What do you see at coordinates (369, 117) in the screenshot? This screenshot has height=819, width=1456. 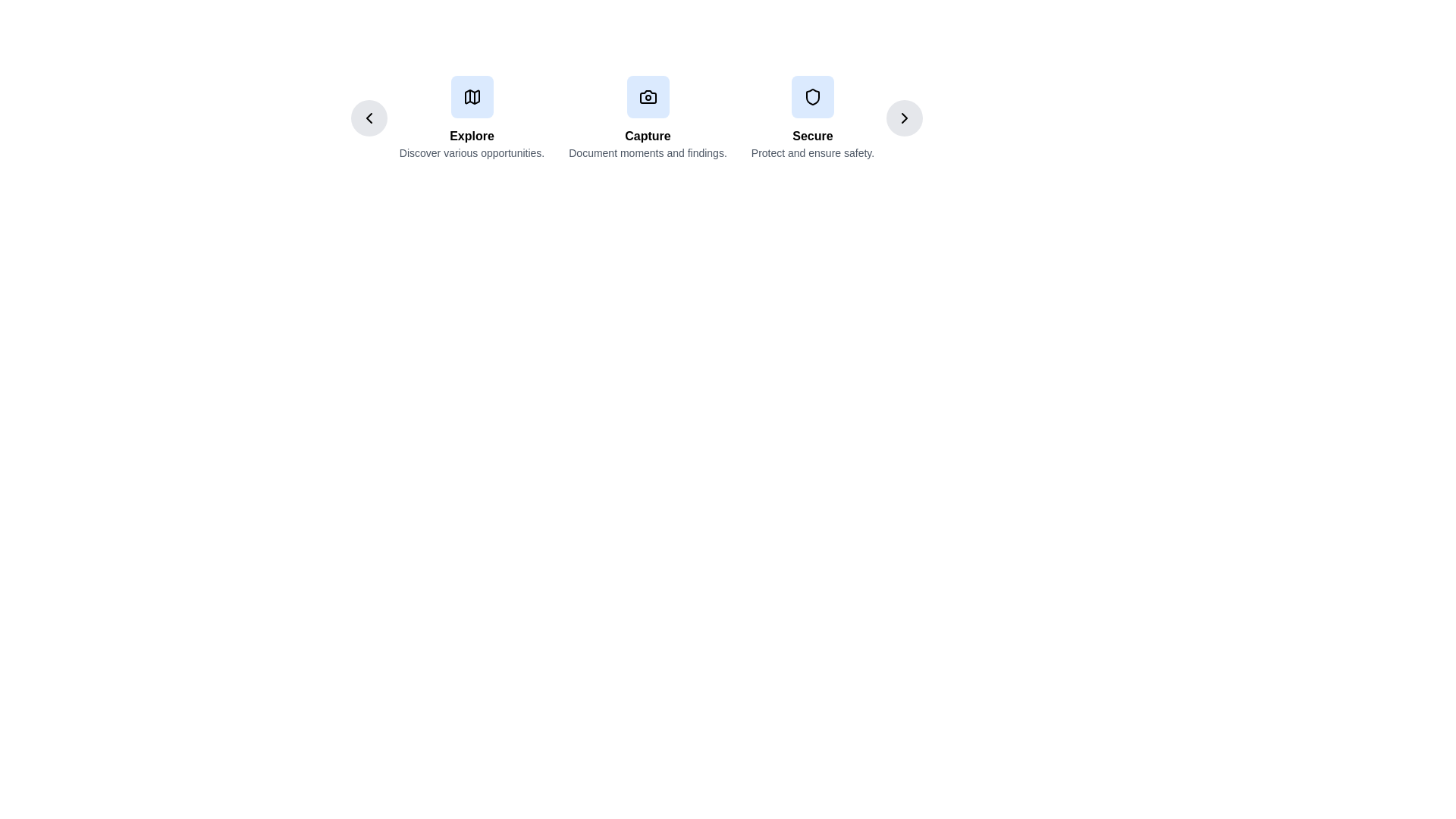 I see `the circular button with a gray background and black chevron pointing to the left, located to the left of the 'Explore' label` at bounding box center [369, 117].